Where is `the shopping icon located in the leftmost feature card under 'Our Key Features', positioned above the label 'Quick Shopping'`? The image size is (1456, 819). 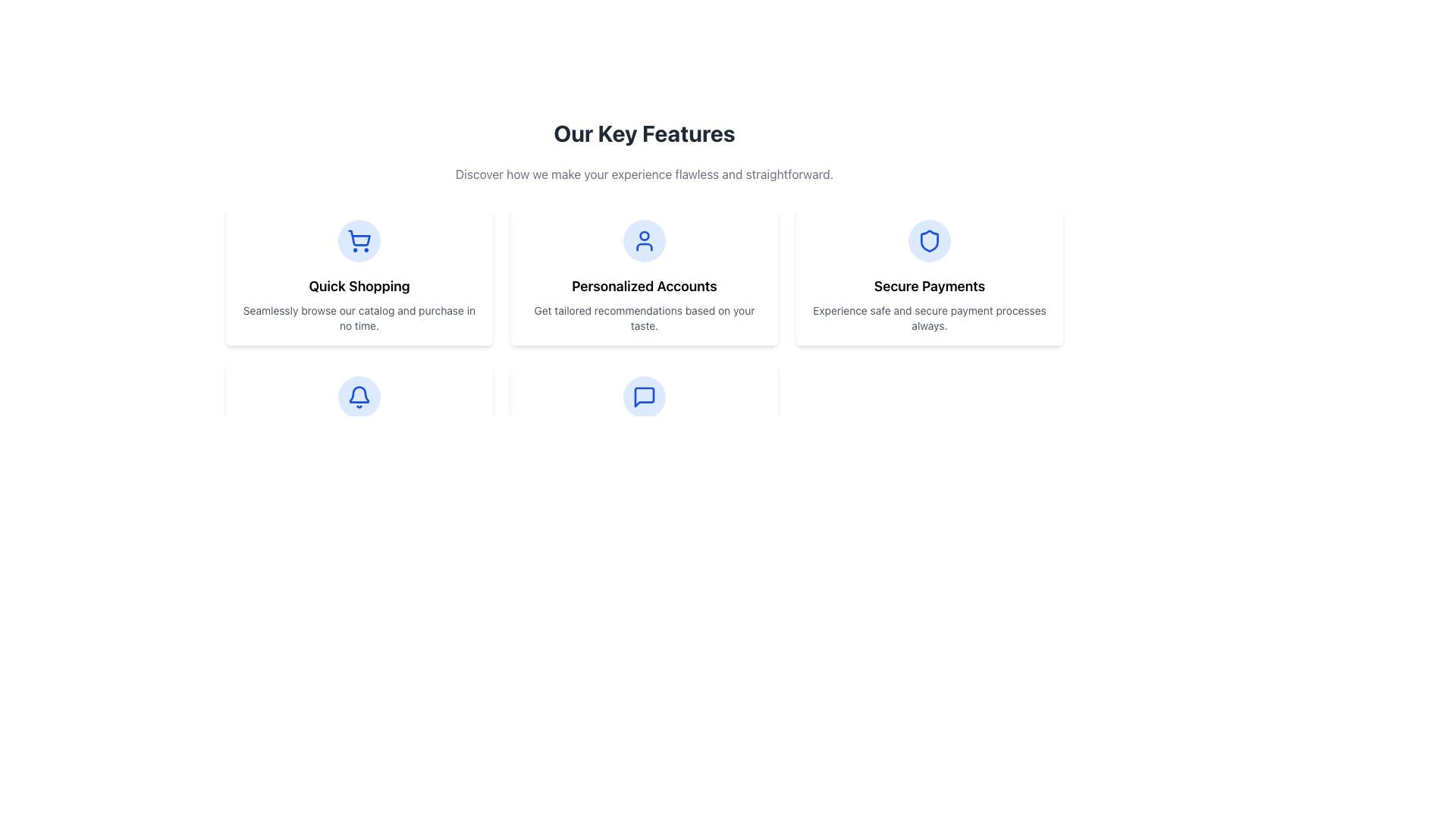 the shopping icon located in the leftmost feature card under 'Our Key Features', positioned above the label 'Quick Shopping' is located at coordinates (359, 240).